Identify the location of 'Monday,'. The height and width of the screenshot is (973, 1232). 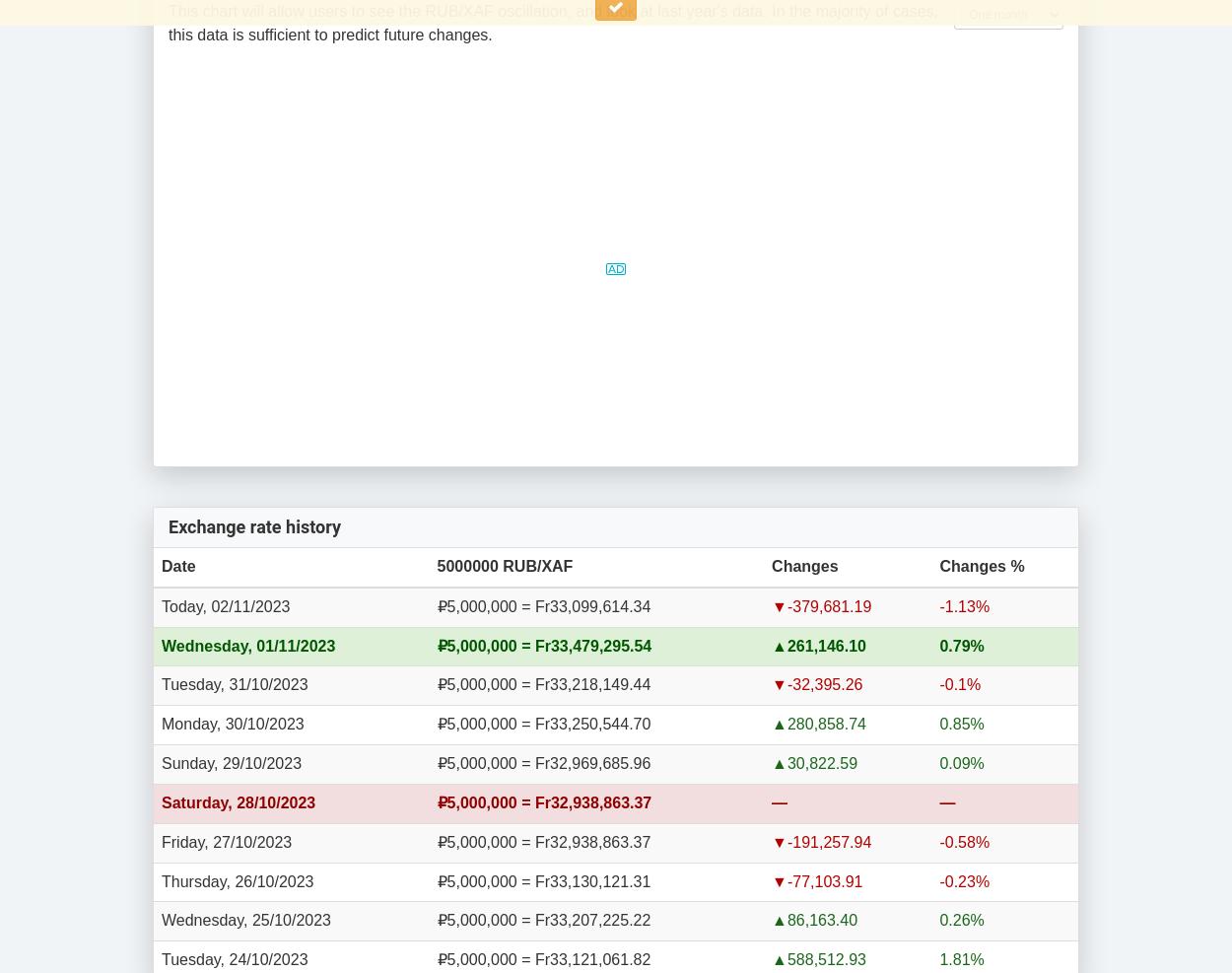
(192, 723).